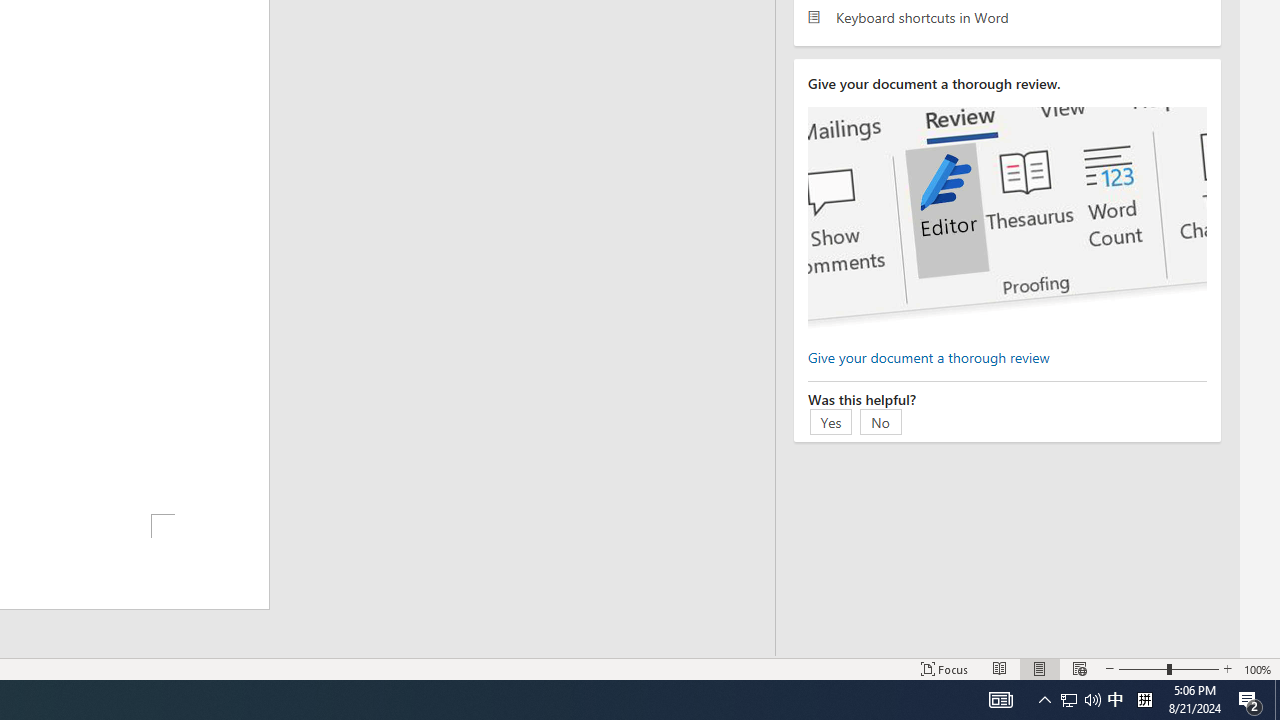 The image size is (1280, 720). Describe the element at coordinates (1007, 17) in the screenshot. I see `'Keyboard shortcuts in Word'` at that location.